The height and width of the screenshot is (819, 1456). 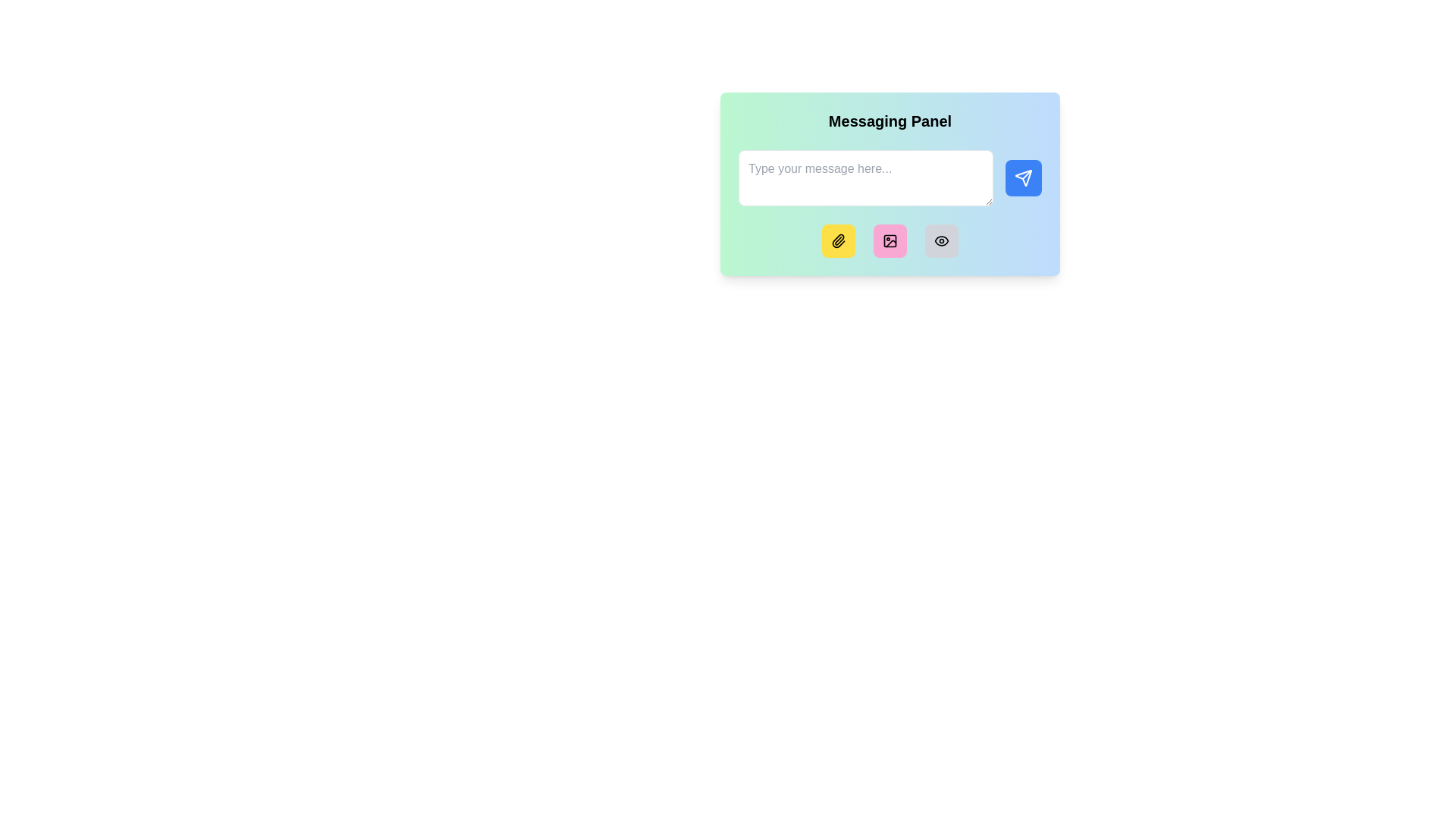 I want to click on the submission button located to the right of the text input field labeled 'Type your message here...' to send a message, so click(x=1023, y=177).